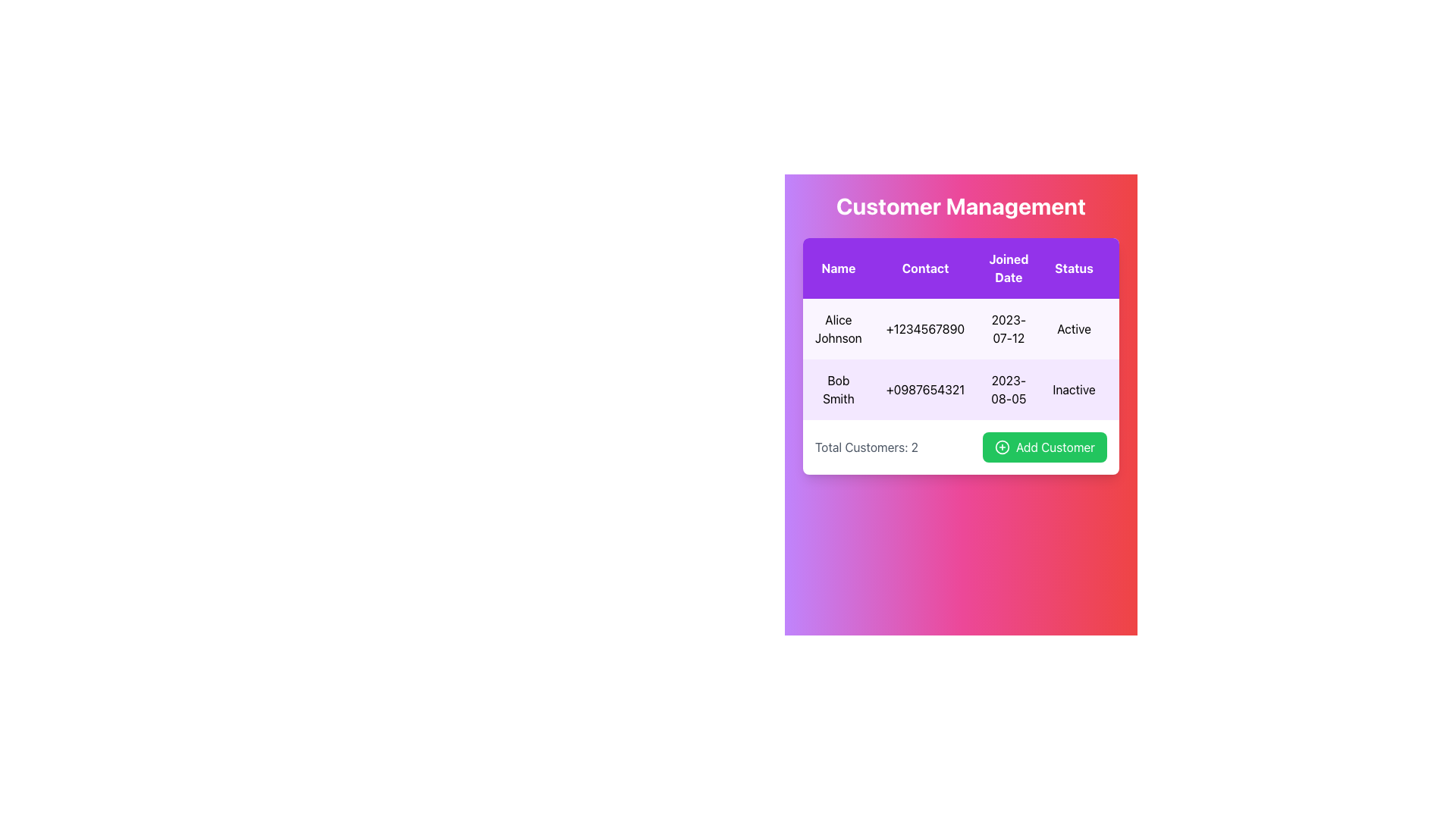 This screenshot has height=819, width=1456. I want to click on the 'Inactive' status text label for user 'Bob Smith', located at the bottom-right of the table row in the 'Status' column, so click(1073, 388).